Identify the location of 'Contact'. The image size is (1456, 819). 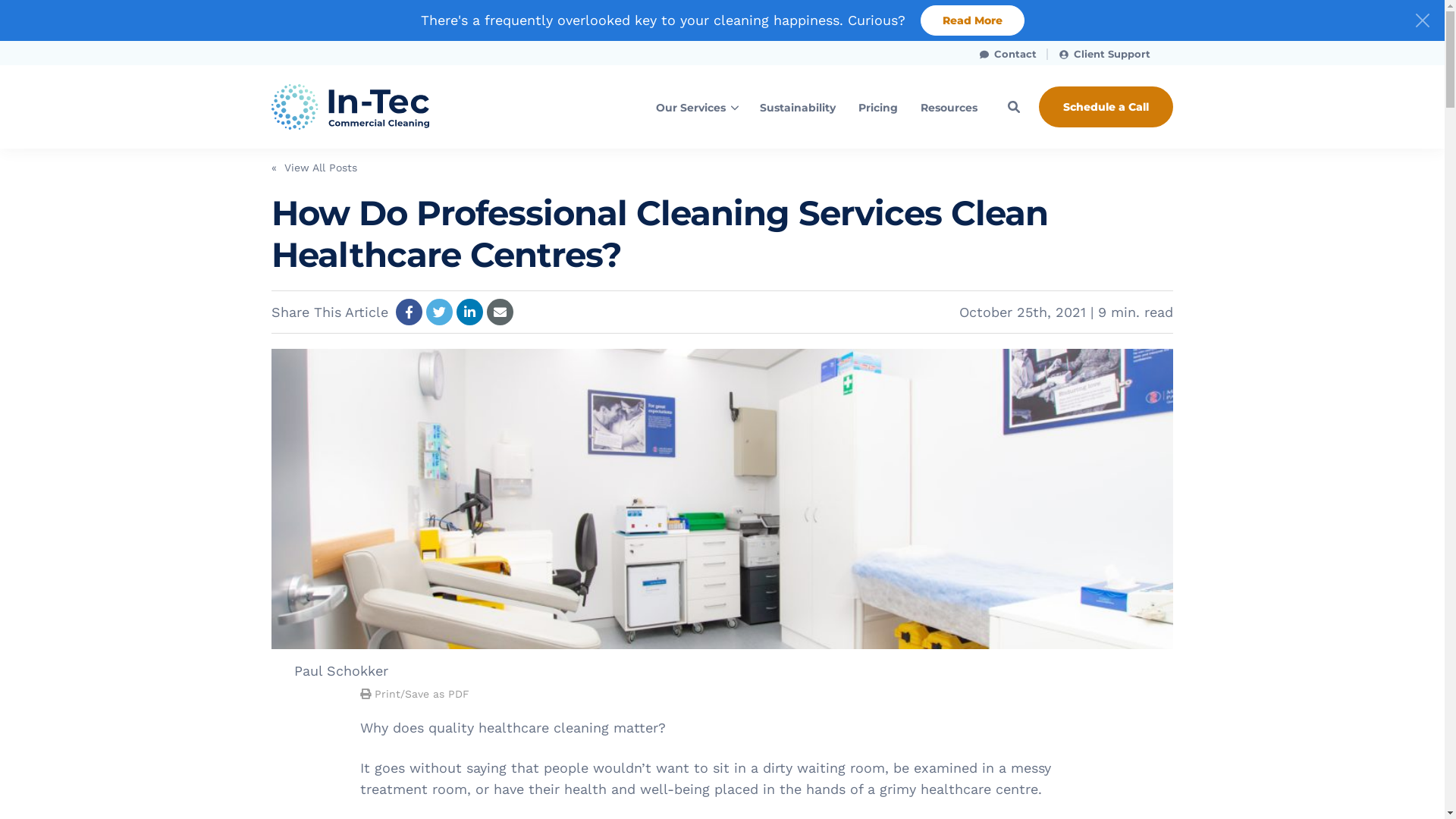
(1008, 52).